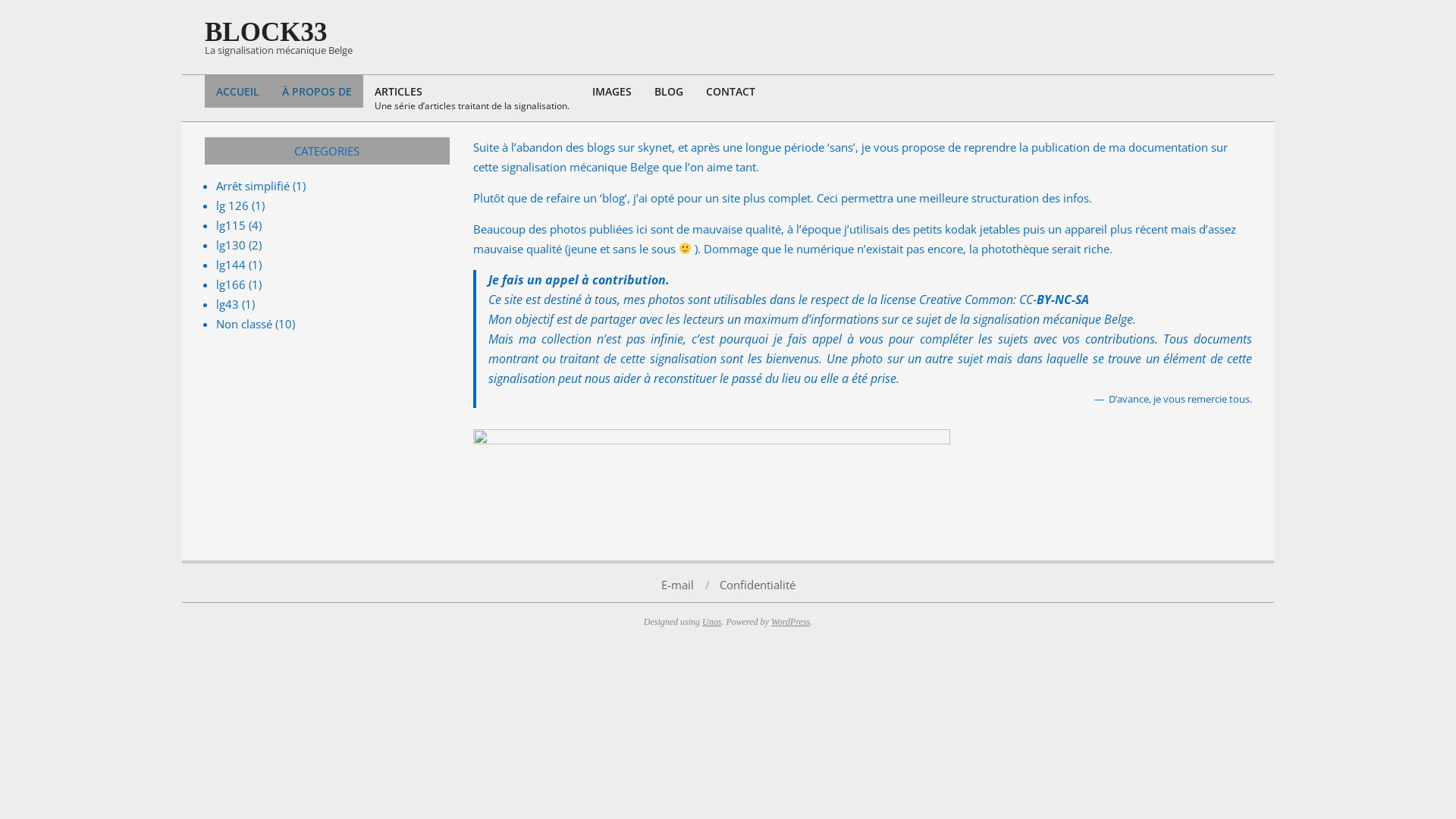  What do you see at coordinates (676, 583) in the screenshot?
I see `'E-mail'` at bounding box center [676, 583].